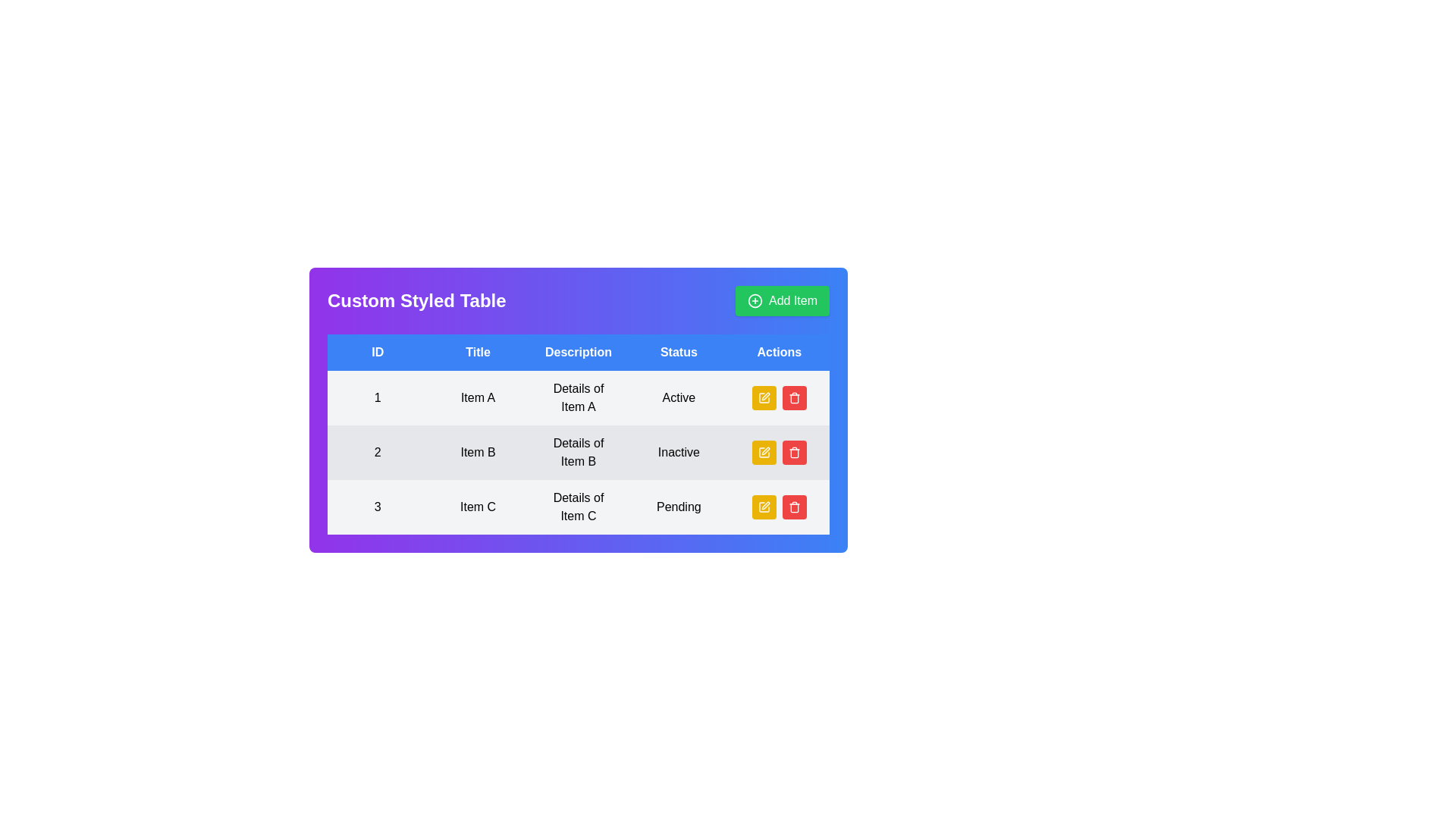 This screenshot has width=1456, height=819. What do you see at coordinates (578, 507) in the screenshot?
I see `the static text label displaying 'Details of Item C' located in the third row of the table under the 'Description' column` at bounding box center [578, 507].